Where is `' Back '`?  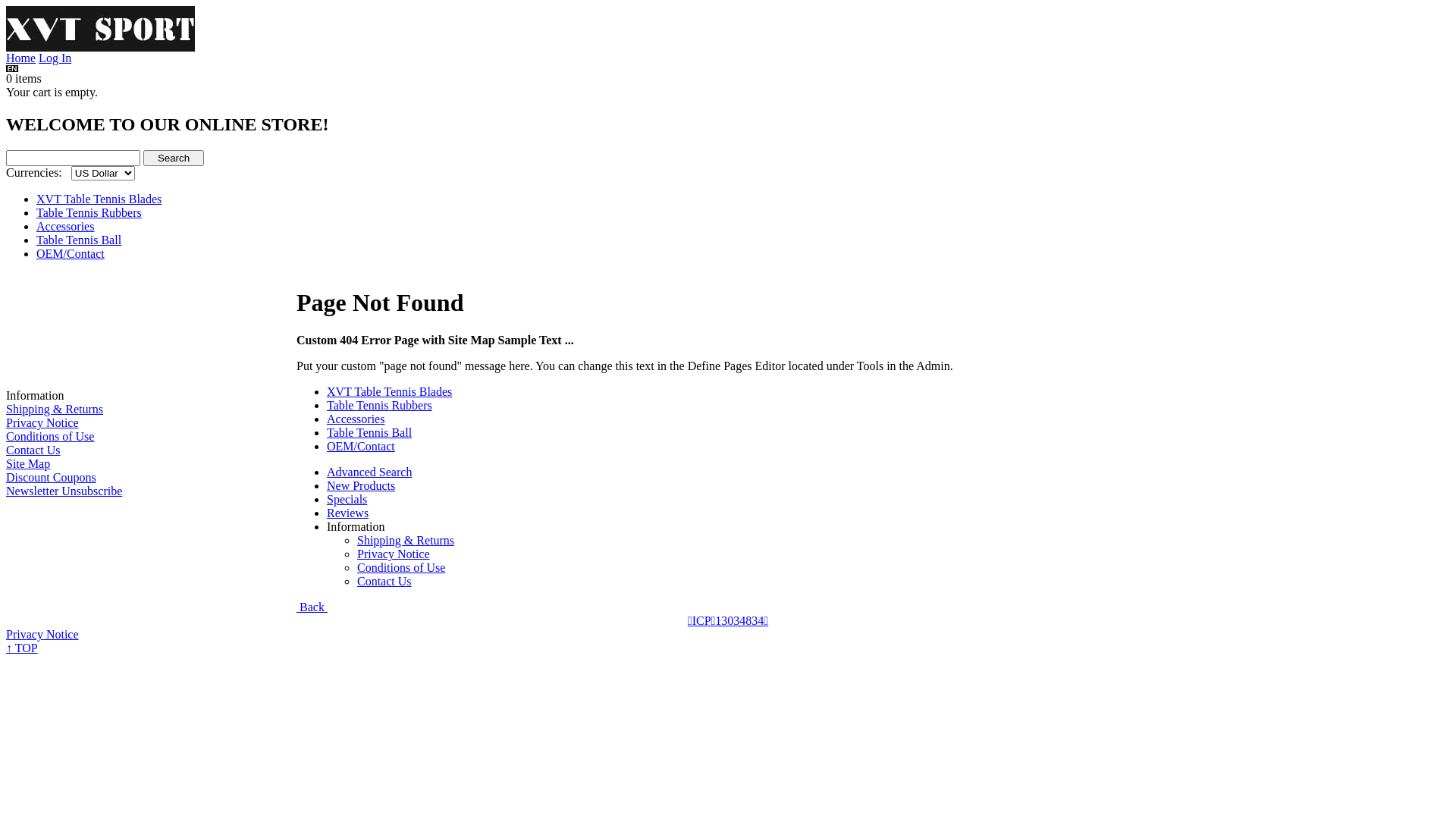
' Back ' is located at coordinates (311, 606).